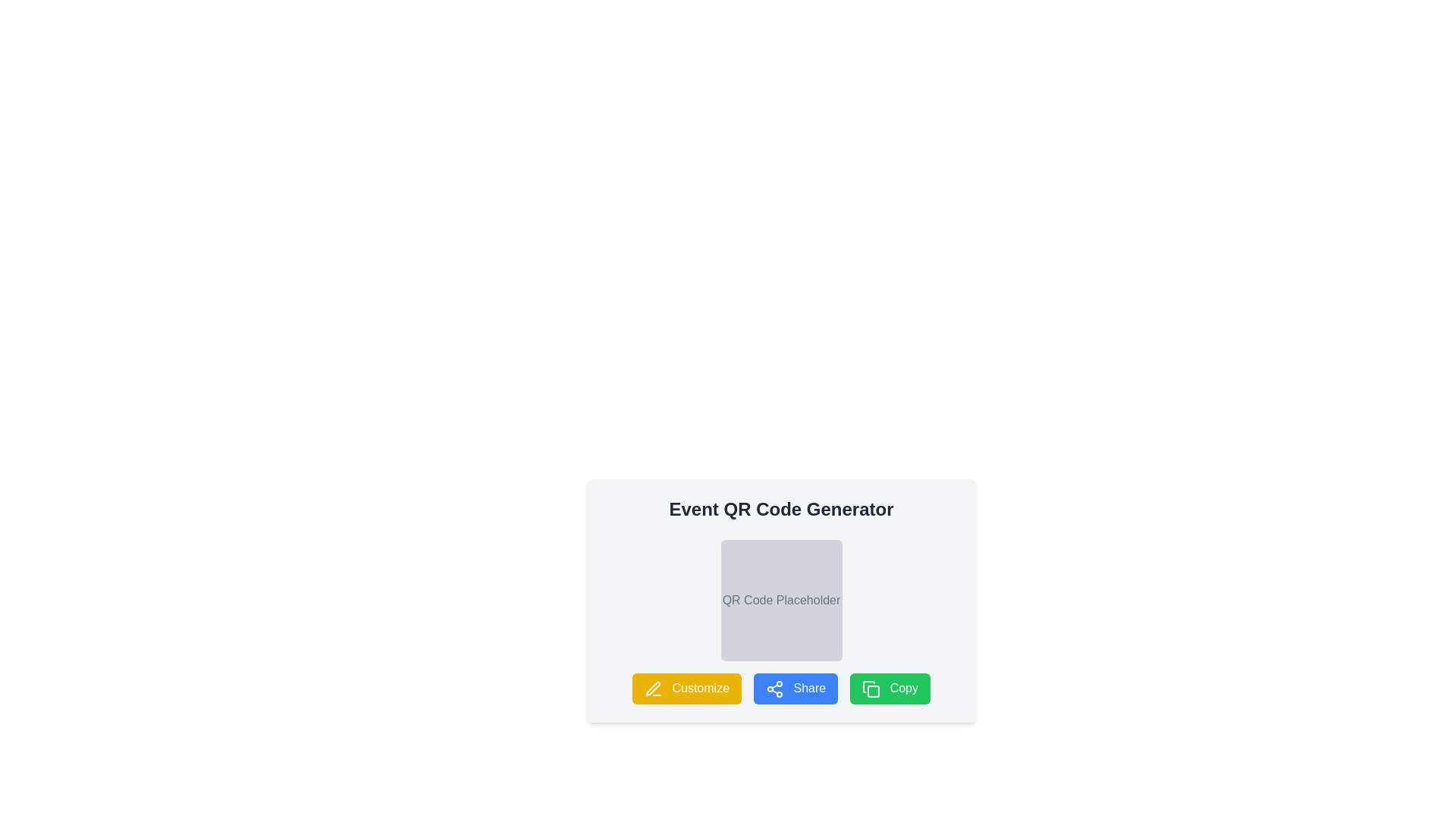 Image resolution: width=1456 pixels, height=819 pixels. What do you see at coordinates (871, 689) in the screenshot?
I see `the leftmost 'Copy' icon of the green 'Copy' button located in the bottom row of buttons under the QR code placeholder` at bounding box center [871, 689].